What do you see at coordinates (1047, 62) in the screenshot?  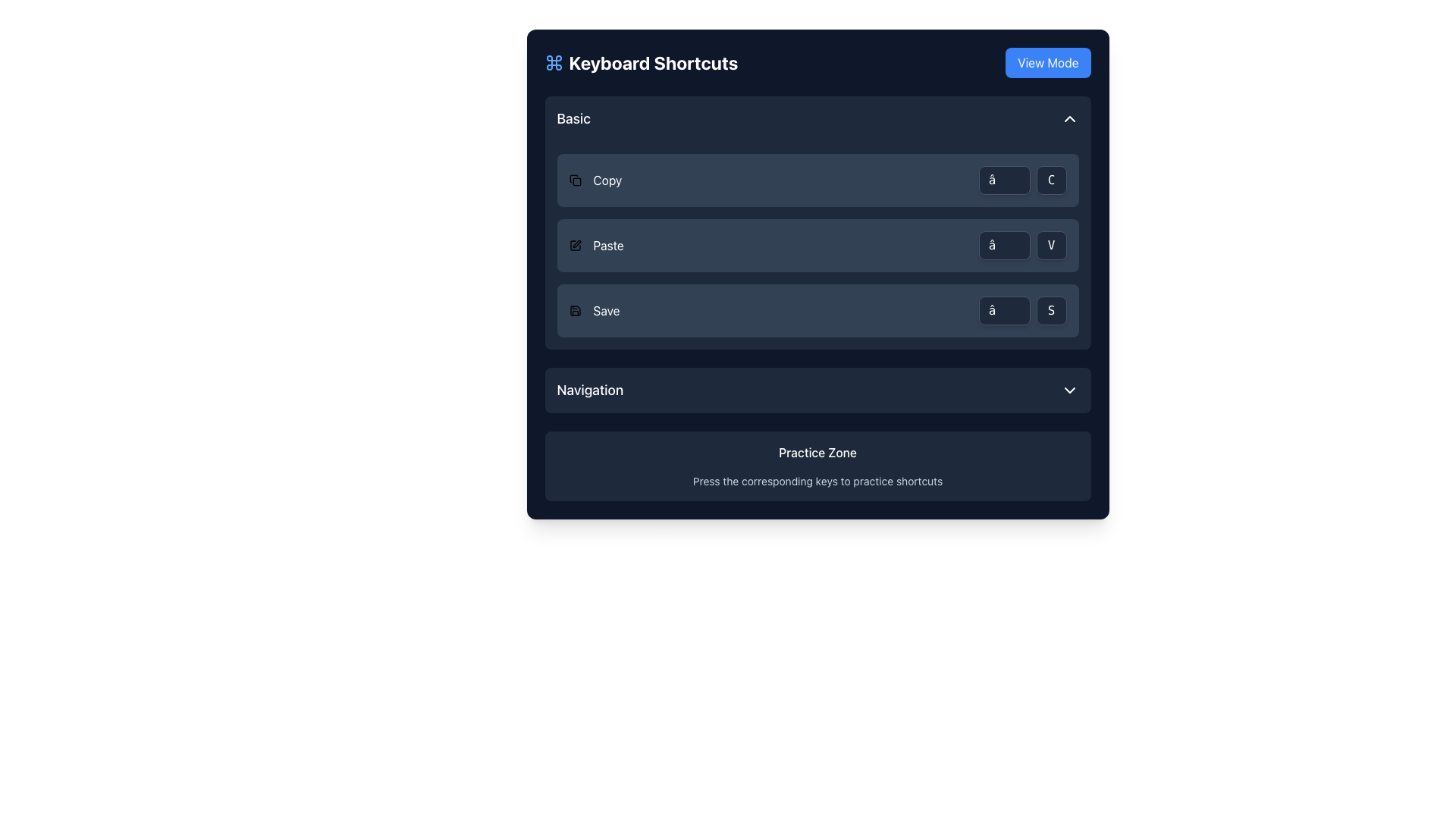 I see `the button located at the far right of the 'Keyboard Shortcuts' header bar` at bounding box center [1047, 62].